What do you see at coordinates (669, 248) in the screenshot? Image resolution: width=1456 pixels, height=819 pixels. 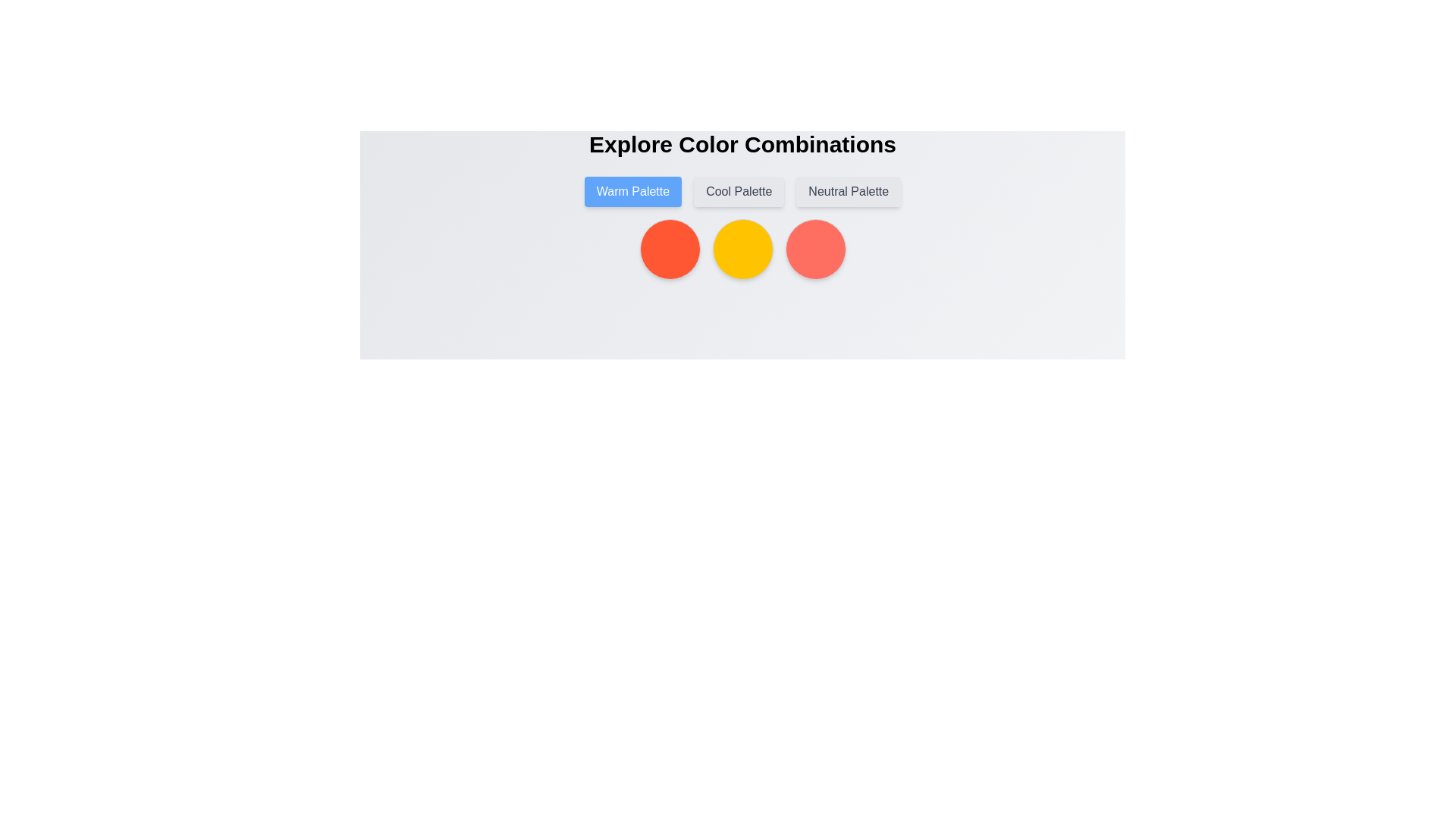 I see `the first circular color swatch in the warm-toned palette located directly below the 'Warm Palette' button` at bounding box center [669, 248].